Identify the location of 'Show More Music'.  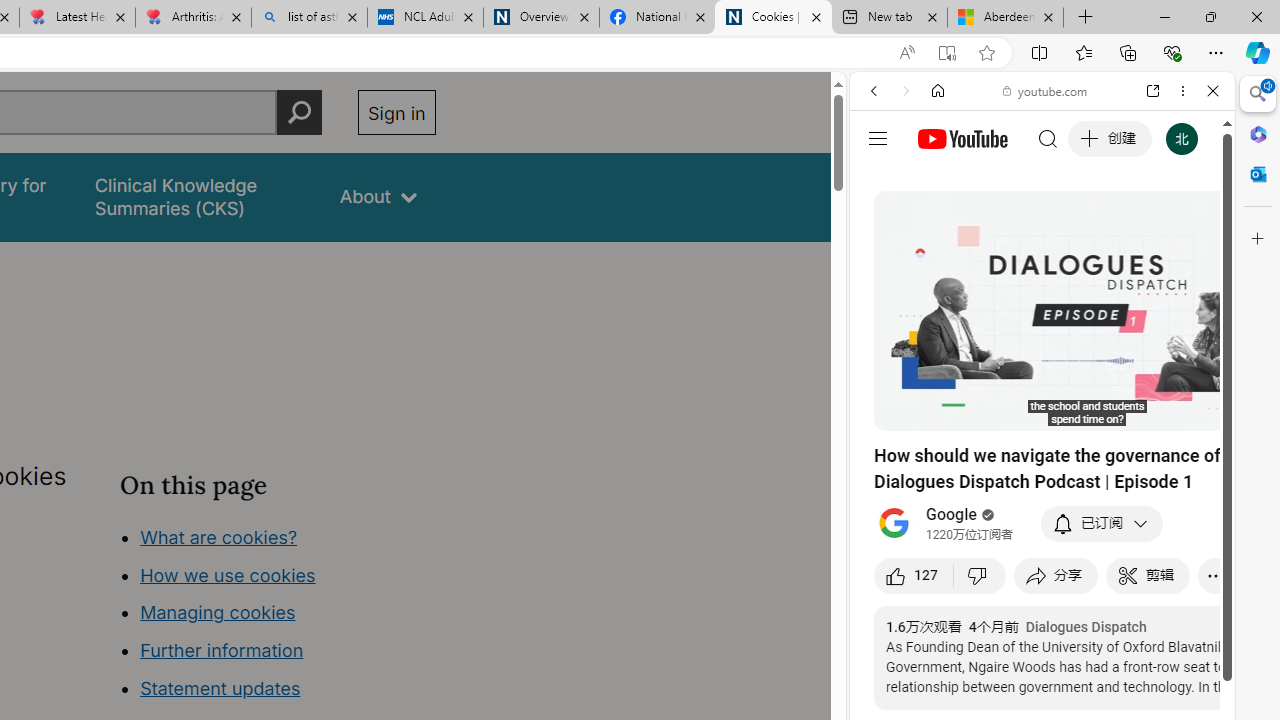
(1164, 546).